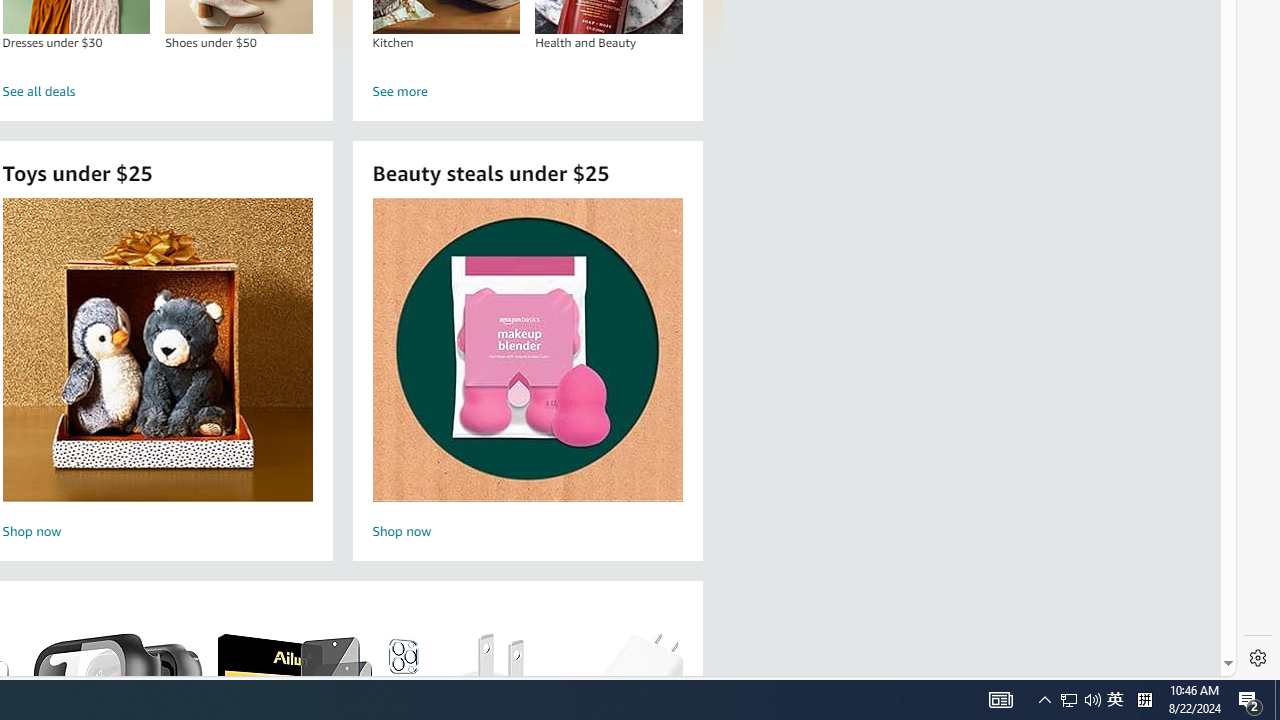 The width and height of the screenshot is (1280, 720). Describe the element at coordinates (1044, 698) in the screenshot. I see `'Python'` at that location.